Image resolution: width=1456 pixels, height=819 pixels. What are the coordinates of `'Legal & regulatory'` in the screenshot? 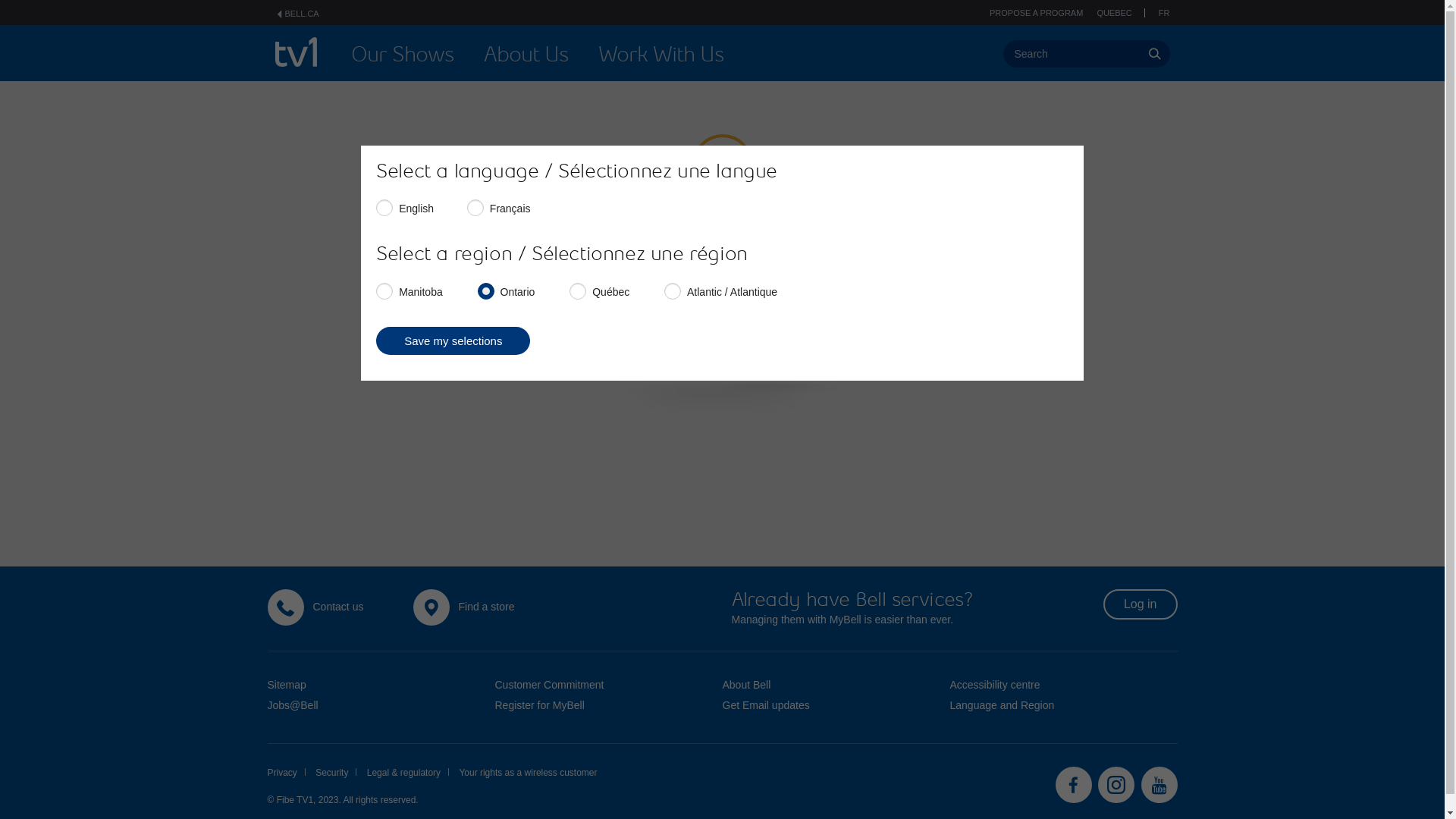 It's located at (407, 773).